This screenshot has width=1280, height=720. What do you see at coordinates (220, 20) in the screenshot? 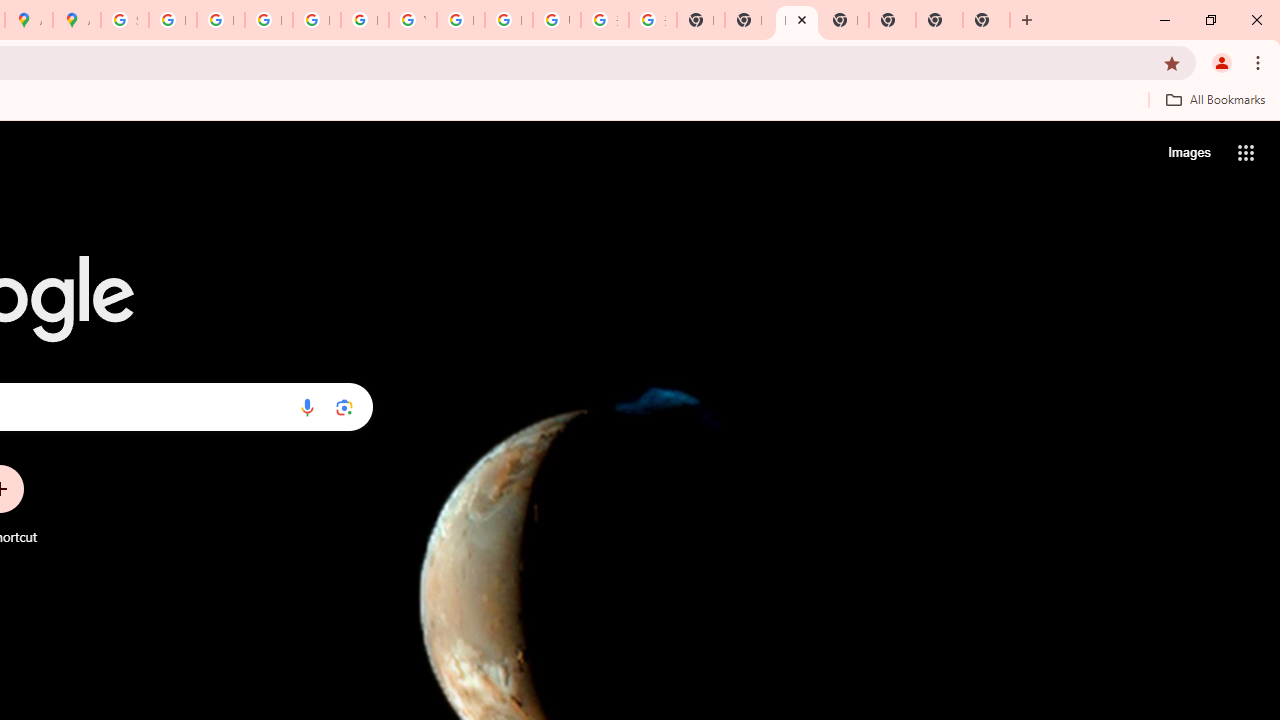
I see `'Privacy Help Center - Policies Help'` at bounding box center [220, 20].